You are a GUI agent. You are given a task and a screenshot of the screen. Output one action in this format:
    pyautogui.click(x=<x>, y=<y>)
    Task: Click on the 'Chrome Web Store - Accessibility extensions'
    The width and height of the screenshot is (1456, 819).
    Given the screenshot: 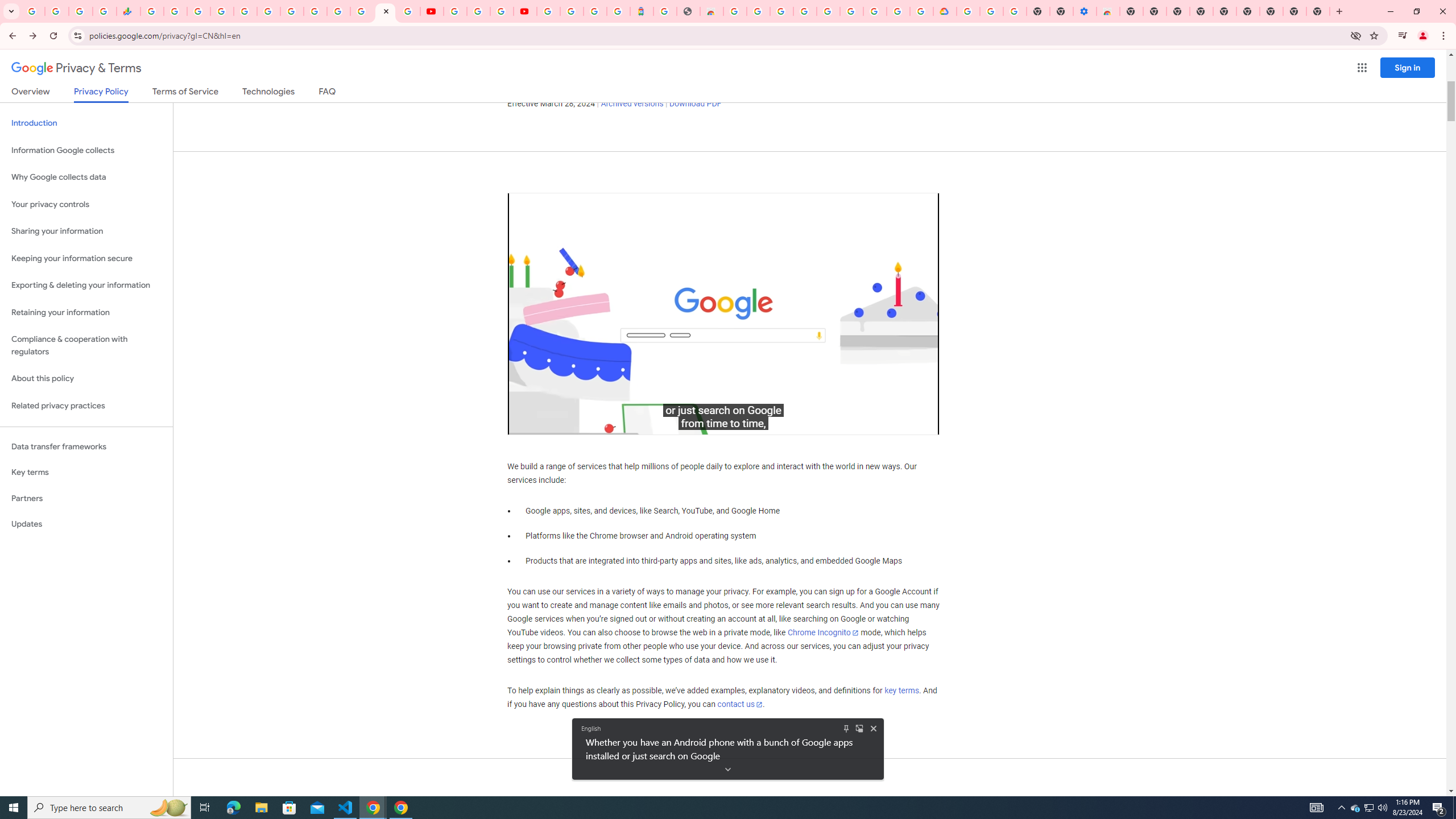 What is the action you would take?
    pyautogui.click(x=1108, y=11)
    